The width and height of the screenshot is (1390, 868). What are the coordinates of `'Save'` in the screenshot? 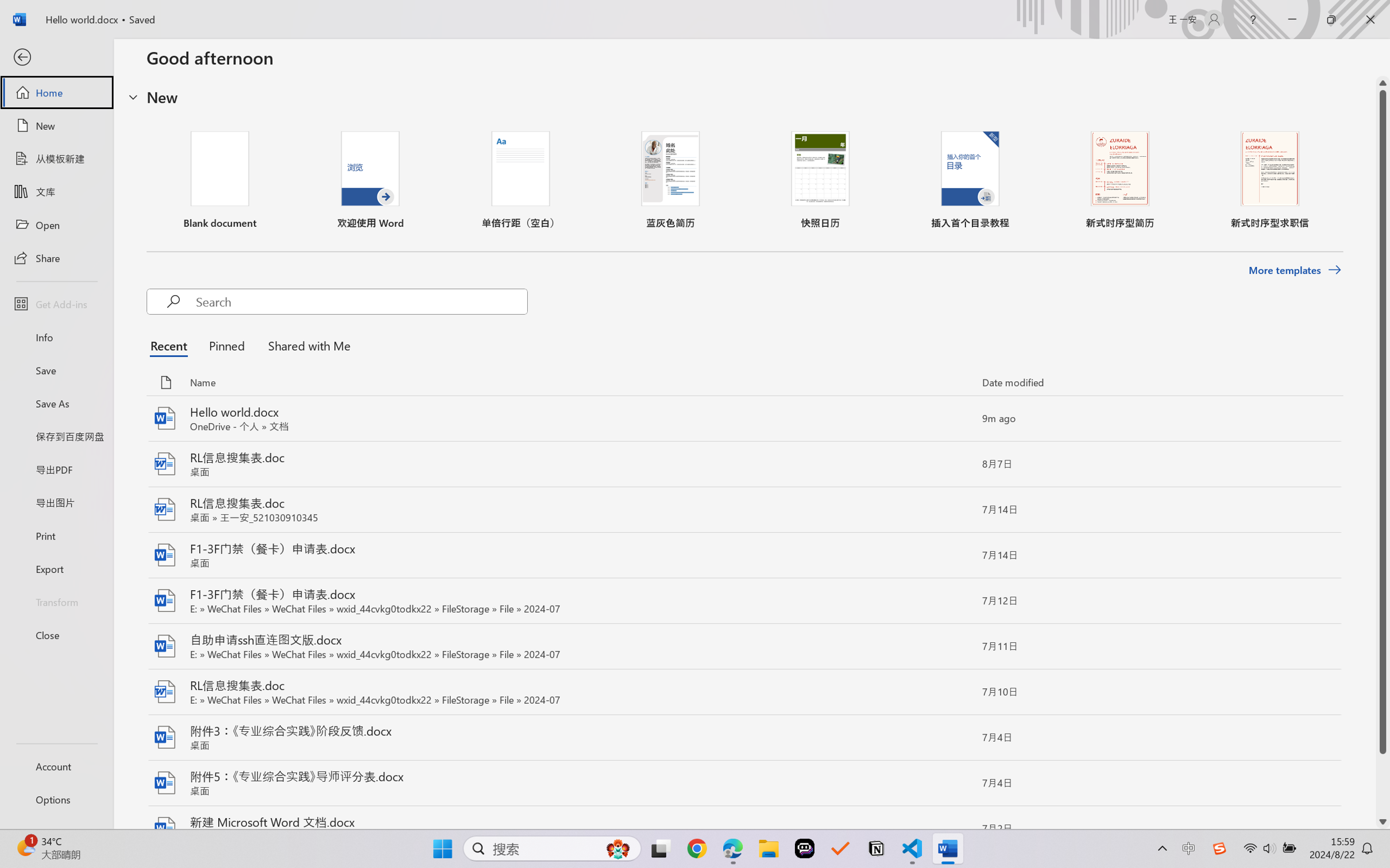 It's located at (56, 370).